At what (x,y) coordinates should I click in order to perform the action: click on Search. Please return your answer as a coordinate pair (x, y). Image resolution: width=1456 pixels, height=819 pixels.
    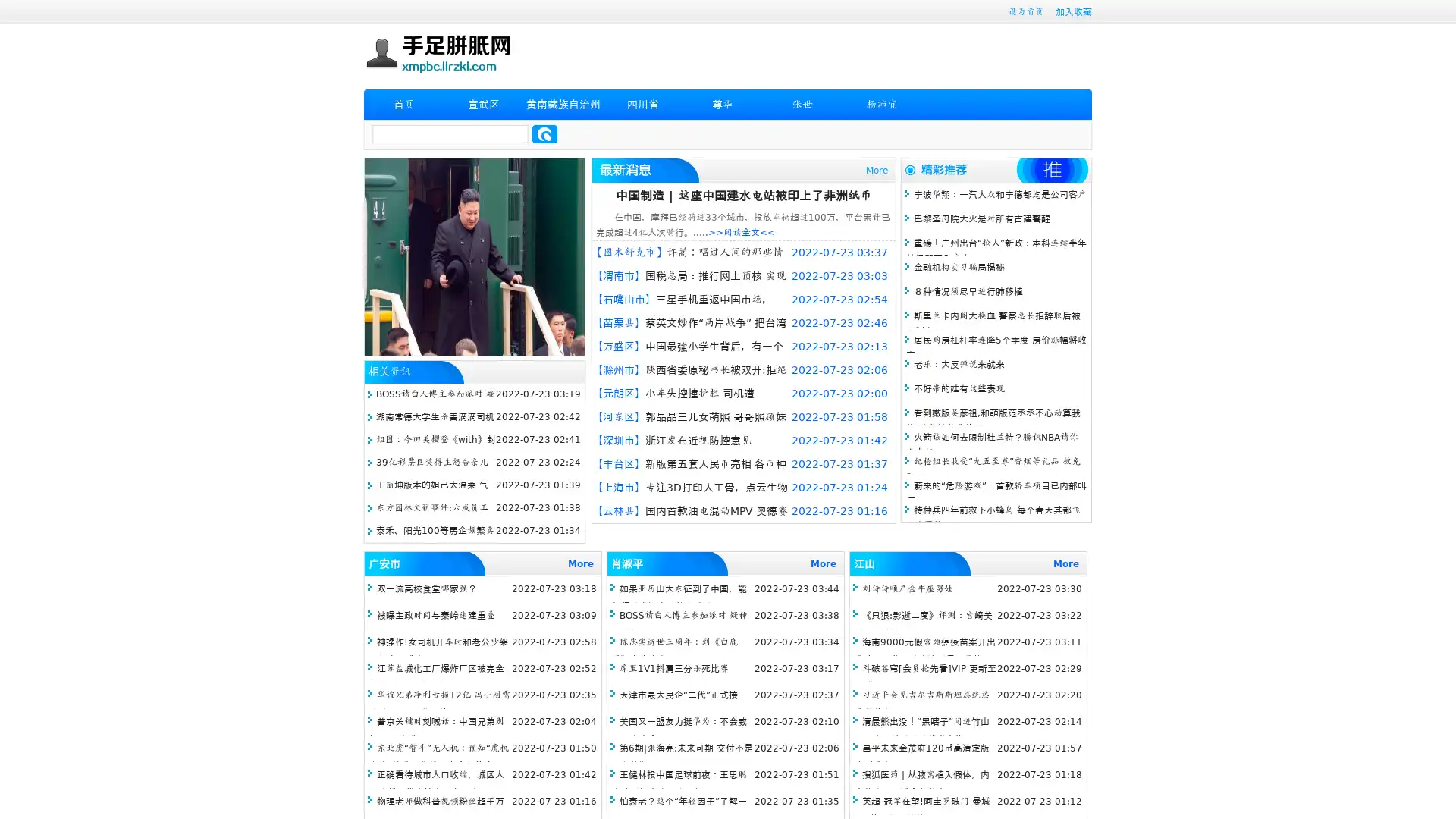
    Looking at the image, I should click on (544, 133).